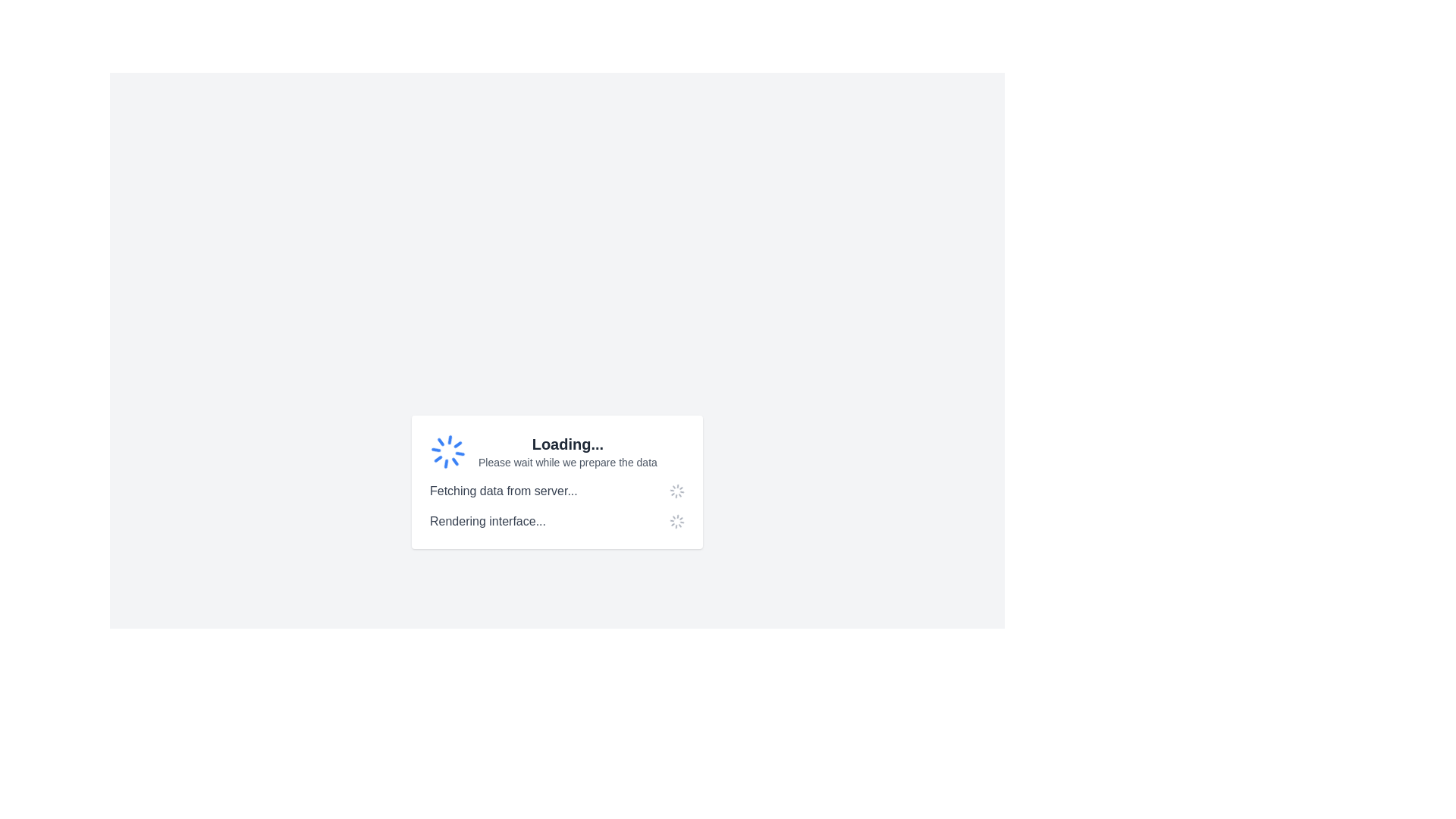 The height and width of the screenshot is (819, 1456). I want to click on status message displayed as 'Fetching data from server...' with a loading indicator next to it, located under the title 'Loading...', so click(556, 491).